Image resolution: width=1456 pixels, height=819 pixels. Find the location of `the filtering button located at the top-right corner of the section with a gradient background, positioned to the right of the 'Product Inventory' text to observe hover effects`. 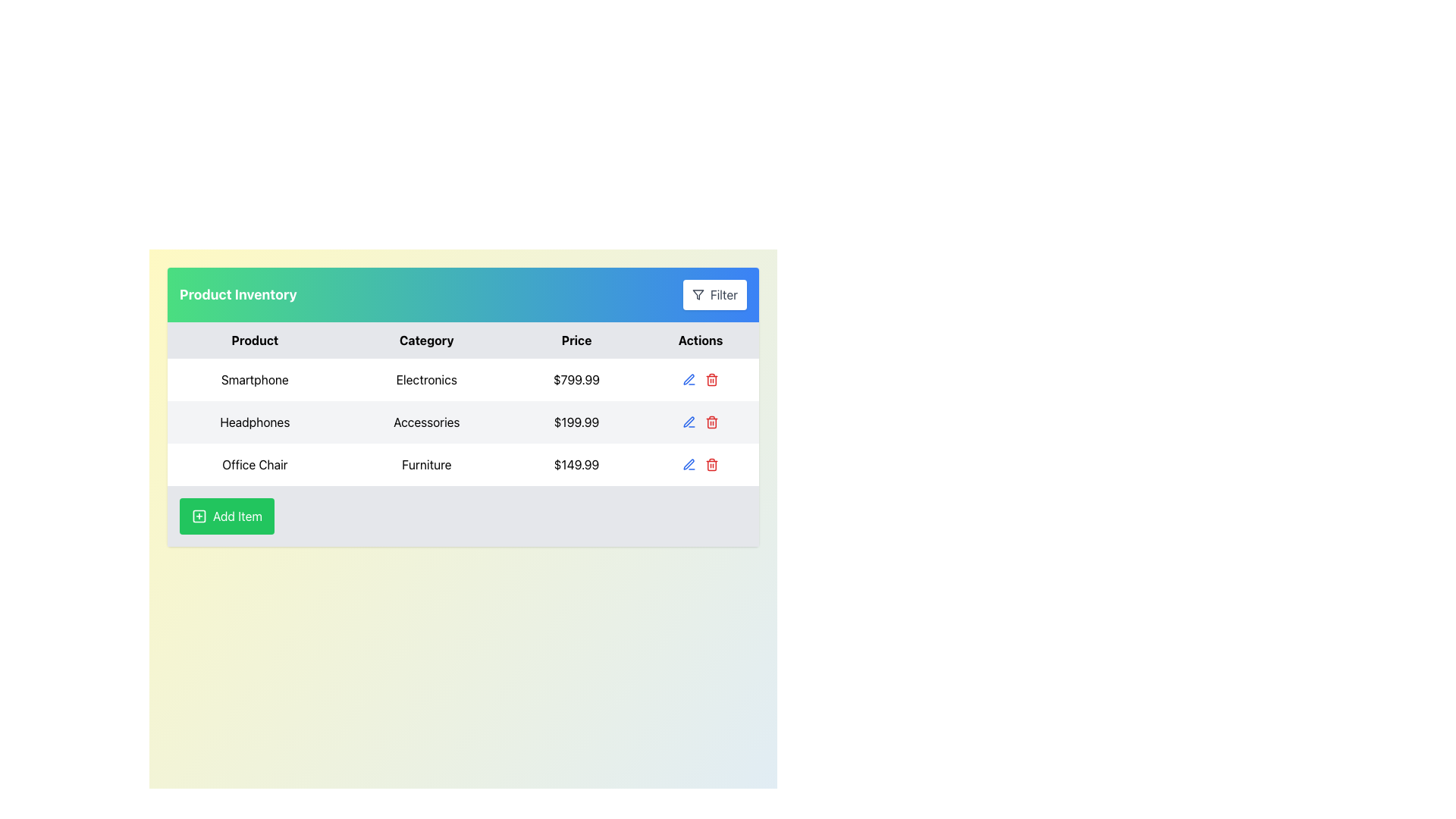

the filtering button located at the top-right corner of the section with a gradient background, positioned to the right of the 'Product Inventory' text to observe hover effects is located at coordinates (714, 295).